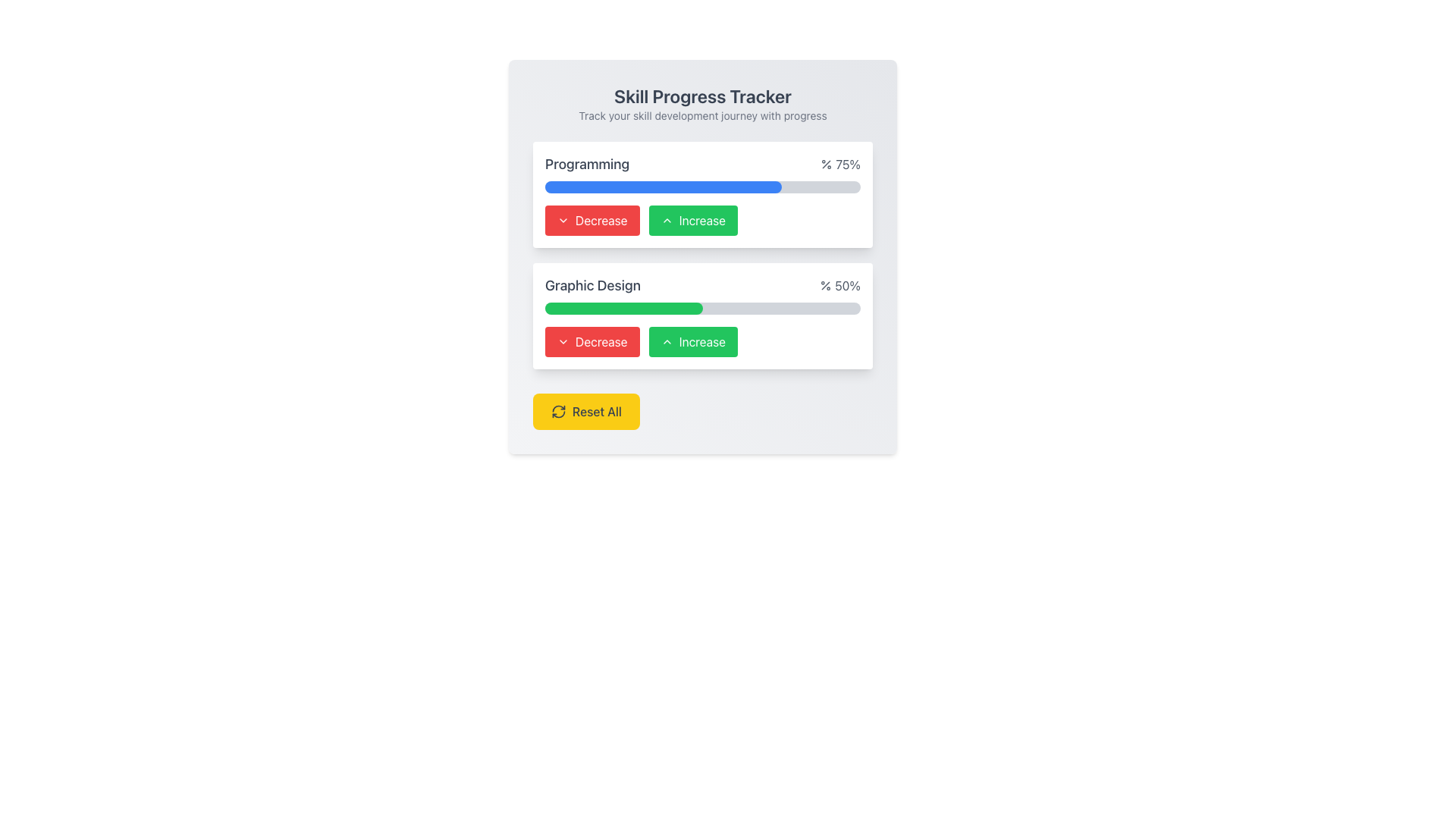 Image resolution: width=1456 pixels, height=819 pixels. What do you see at coordinates (839, 286) in the screenshot?
I see `the text display showing '50%' with a percent symbol icon, located at the top-right of the 'Graphic Design' progress bar` at bounding box center [839, 286].